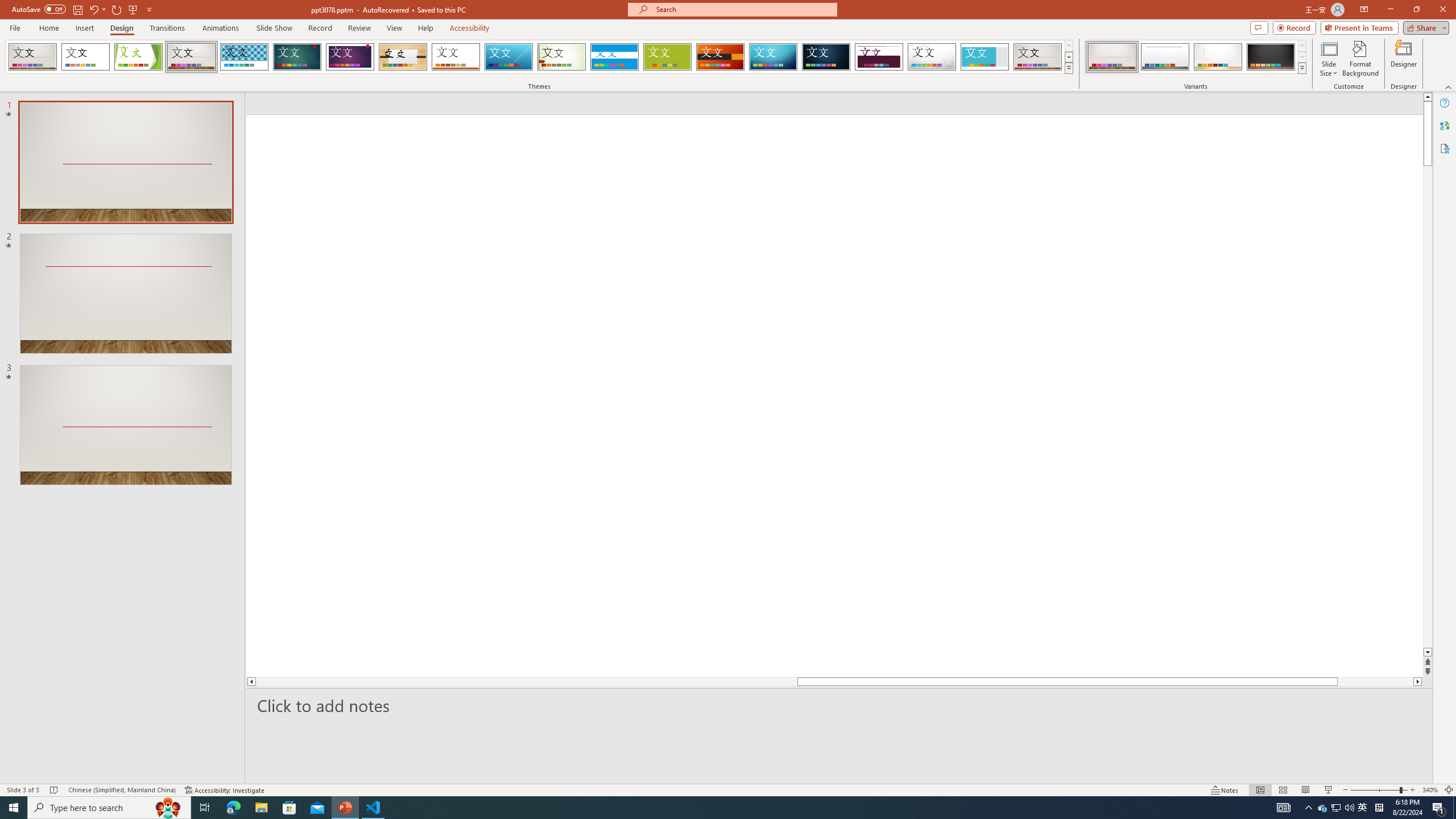 This screenshot has width=1456, height=819. What do you see at coordinates (614, 56) in the screenshot?
I see `'Banded'` at bounding box center [614, 56].